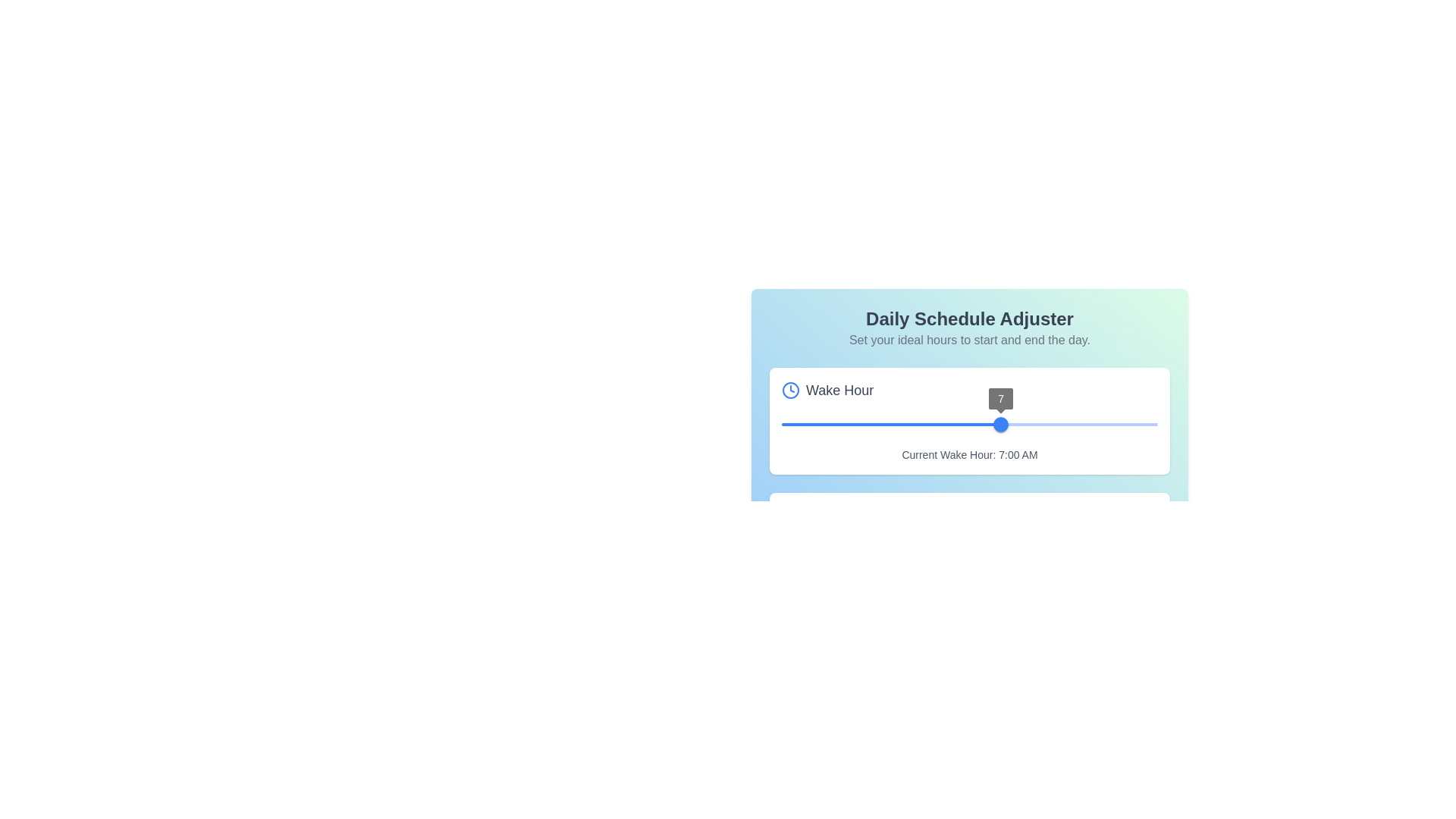 The image size is (1456, 819). I want to click on the wake hour, so click(912, 424).